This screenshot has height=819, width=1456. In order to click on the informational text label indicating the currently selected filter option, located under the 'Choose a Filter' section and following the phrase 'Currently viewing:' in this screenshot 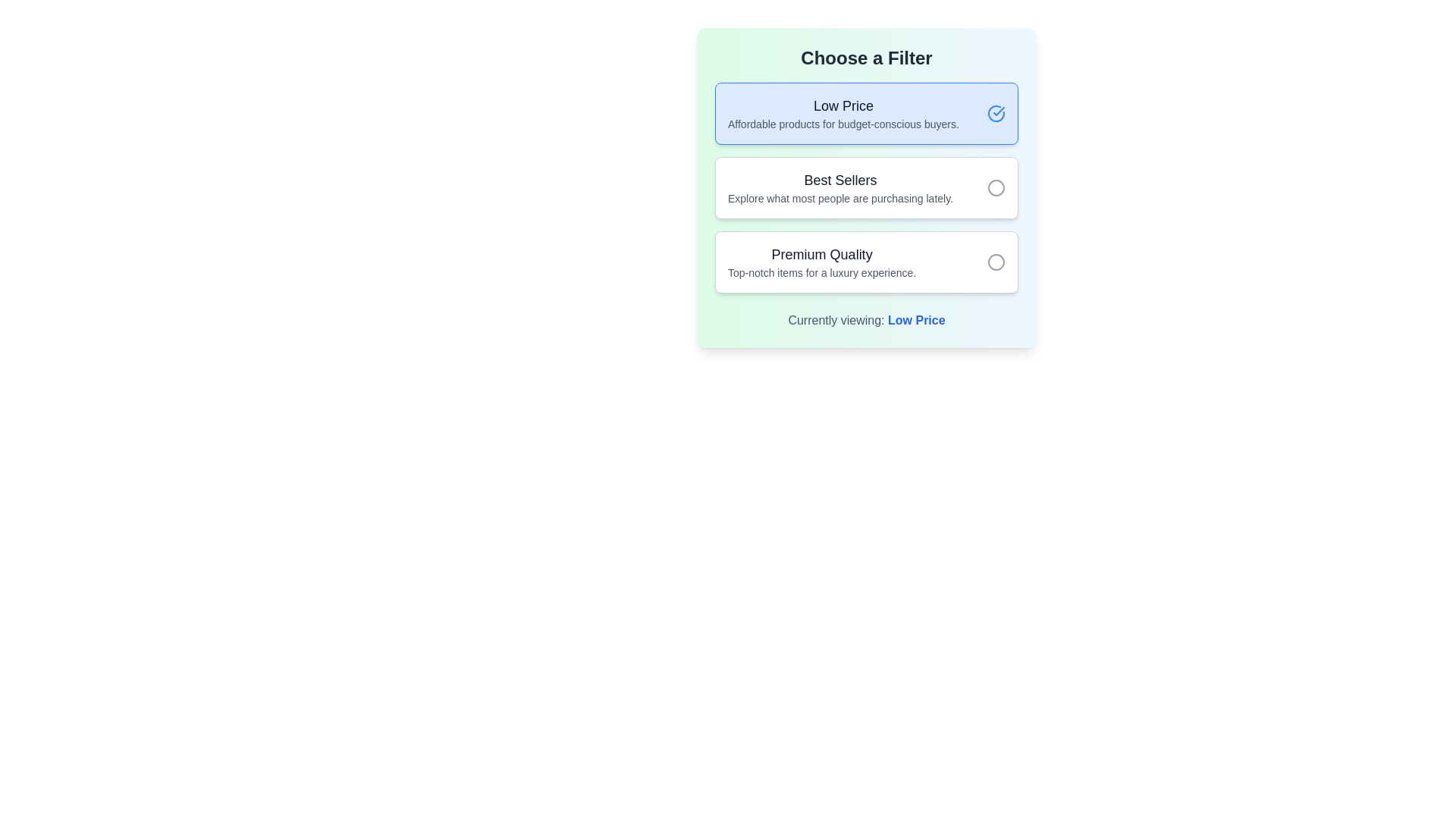, I will do `click(915, 319)`.